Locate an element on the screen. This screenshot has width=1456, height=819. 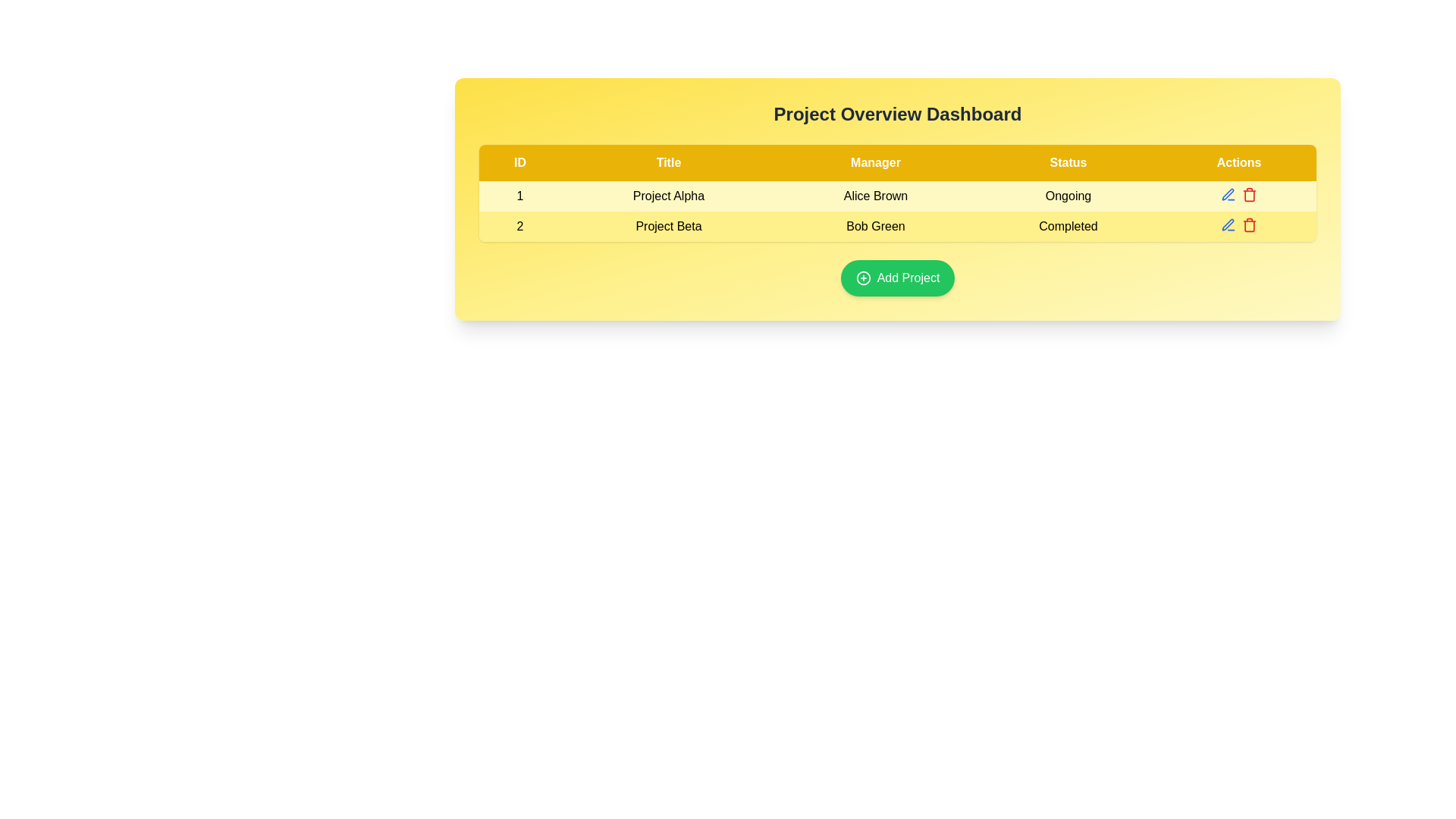
the Edit Button Icon, which resembles a pen and is is located at coordinates (1228, 193).